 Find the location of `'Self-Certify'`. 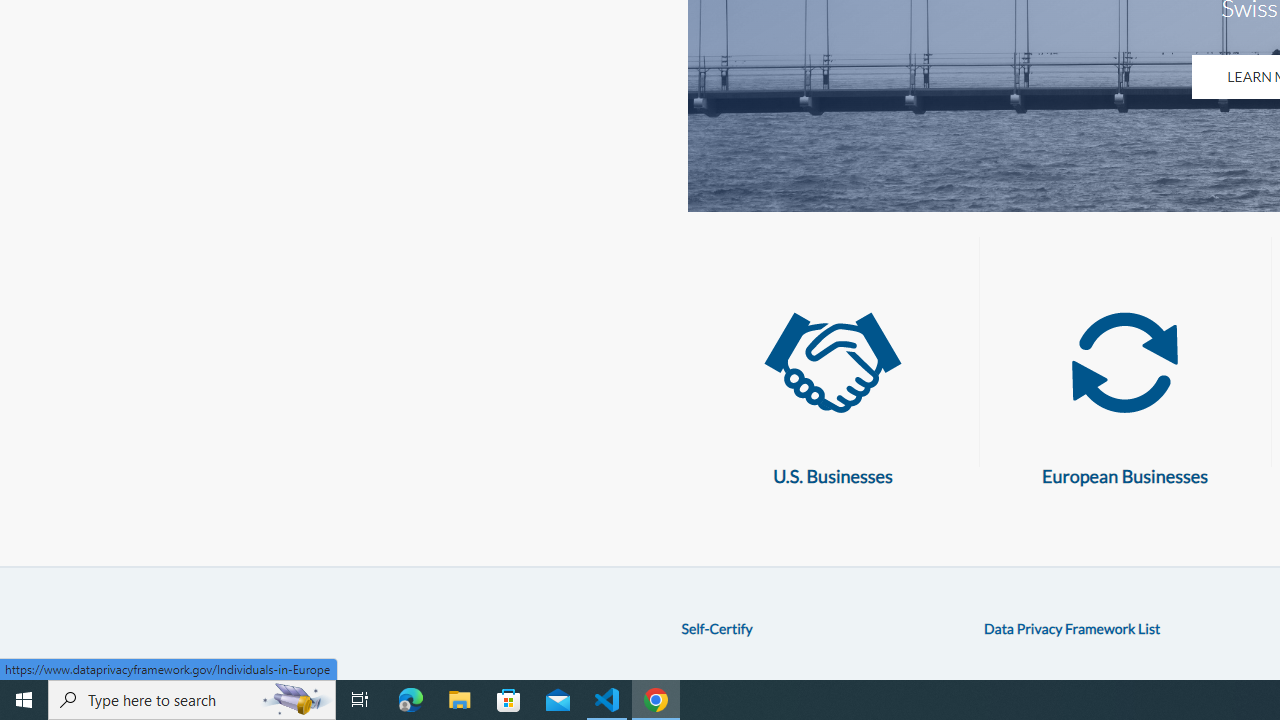

'Self-Certify' is located at coordinates (716, 627).